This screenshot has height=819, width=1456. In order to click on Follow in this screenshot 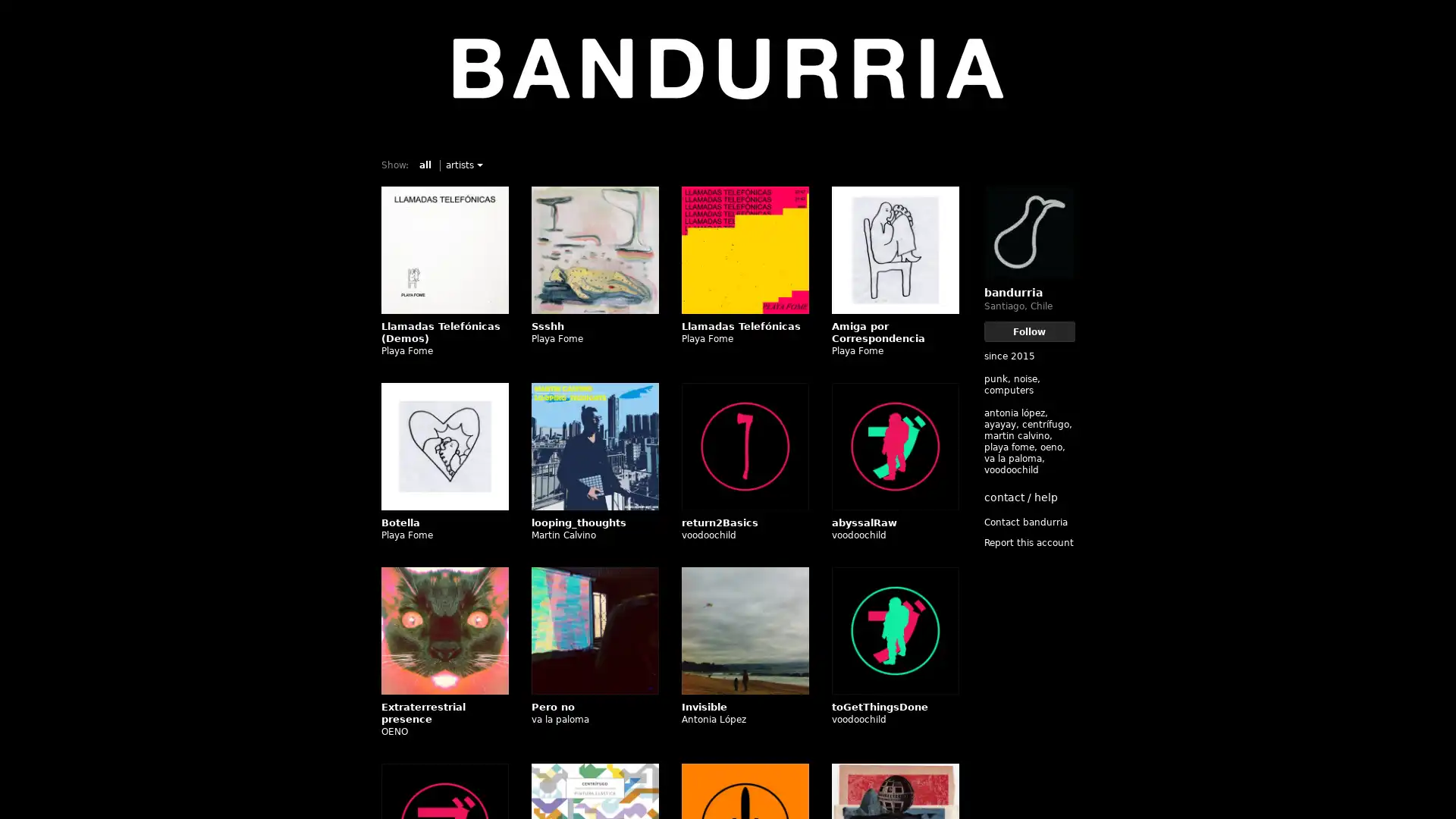, I will do `click(1029, 331)`.